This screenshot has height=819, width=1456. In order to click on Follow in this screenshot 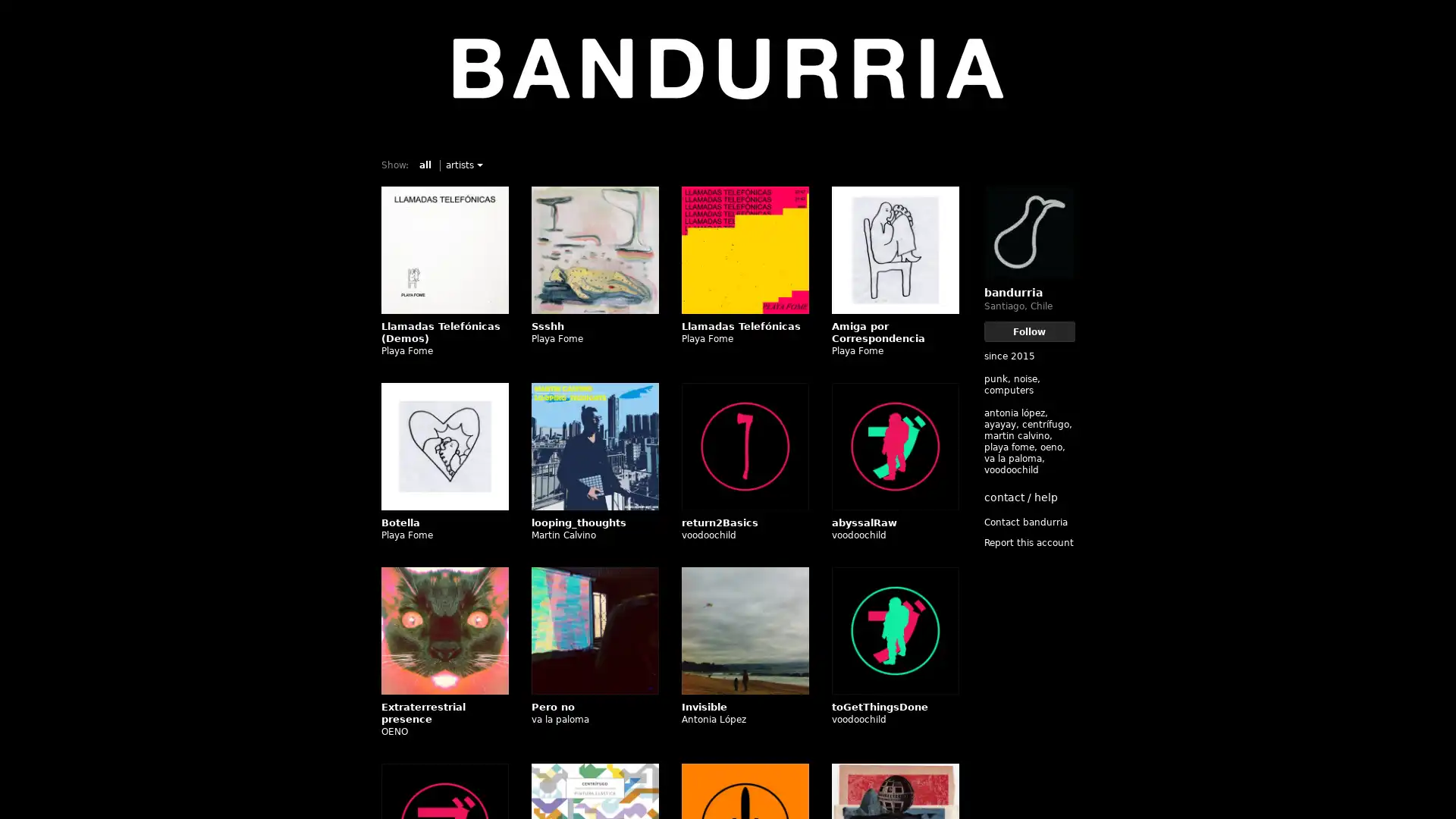, I will do `click(1029, 331)`.